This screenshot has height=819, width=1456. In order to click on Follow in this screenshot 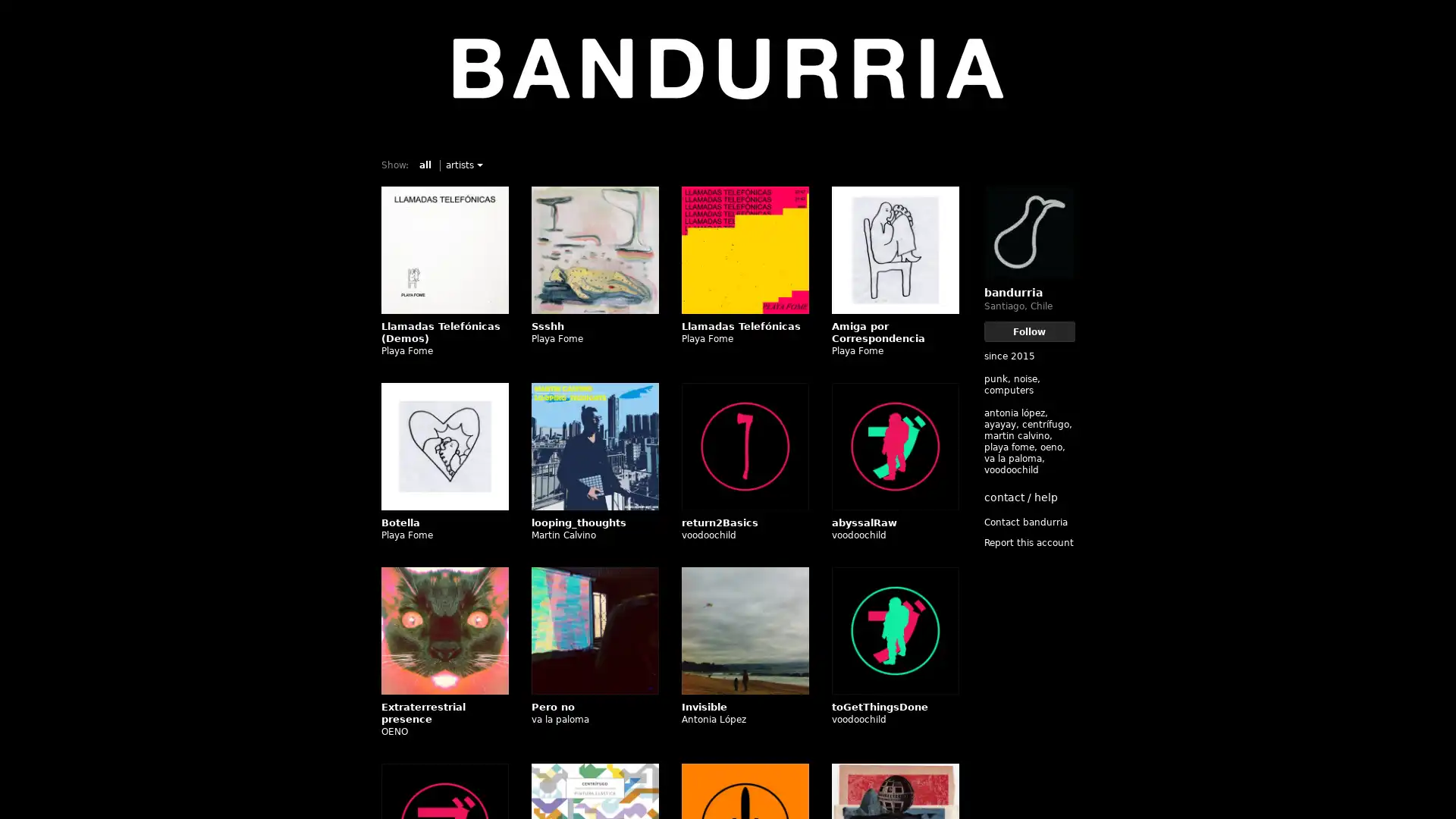, I will do `click(1029, 331)`.